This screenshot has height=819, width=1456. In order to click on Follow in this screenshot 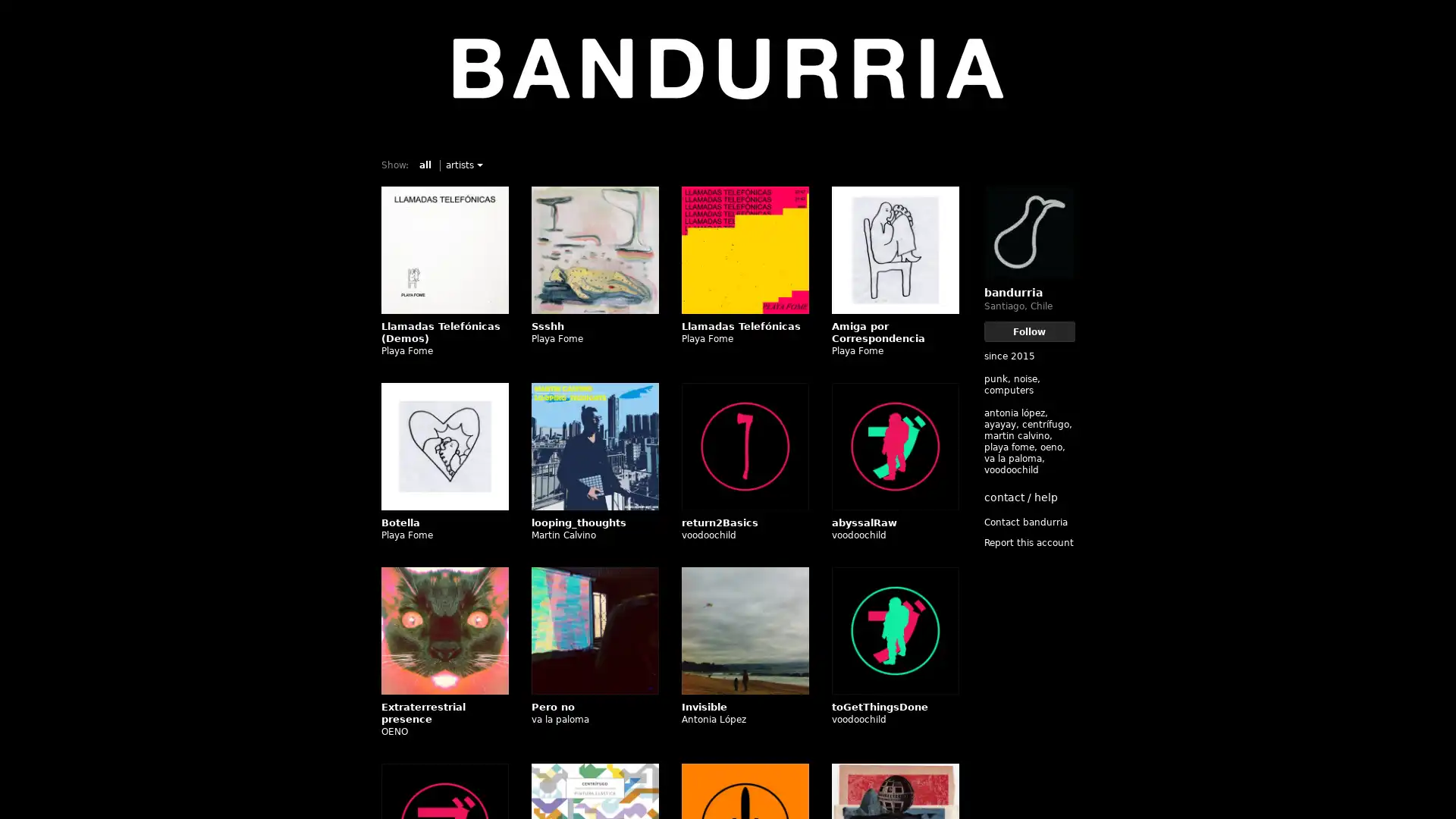, I will do `click(1029, 331)`.